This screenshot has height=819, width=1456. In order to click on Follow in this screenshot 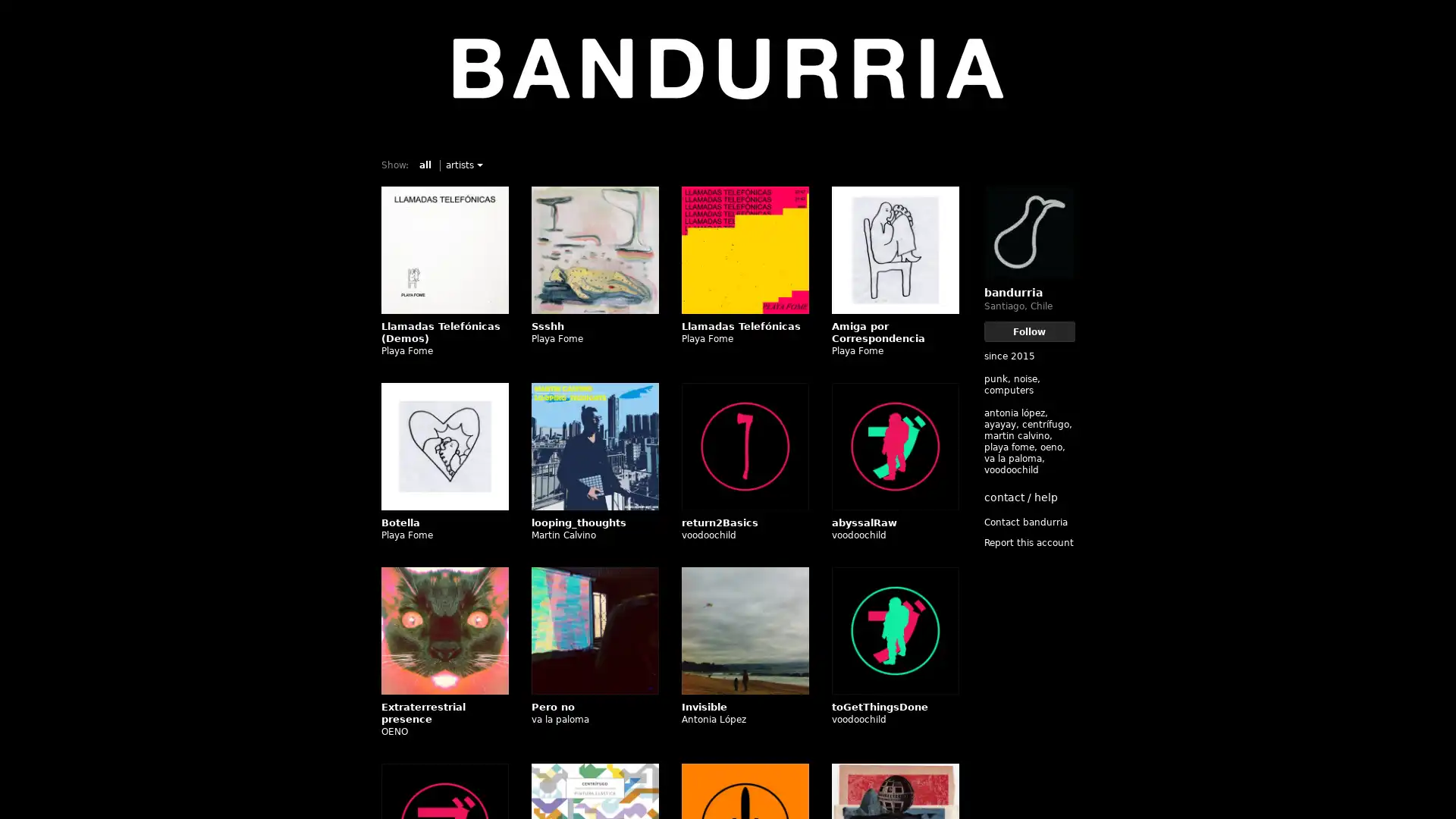, I will do `click(1029, 331)`.